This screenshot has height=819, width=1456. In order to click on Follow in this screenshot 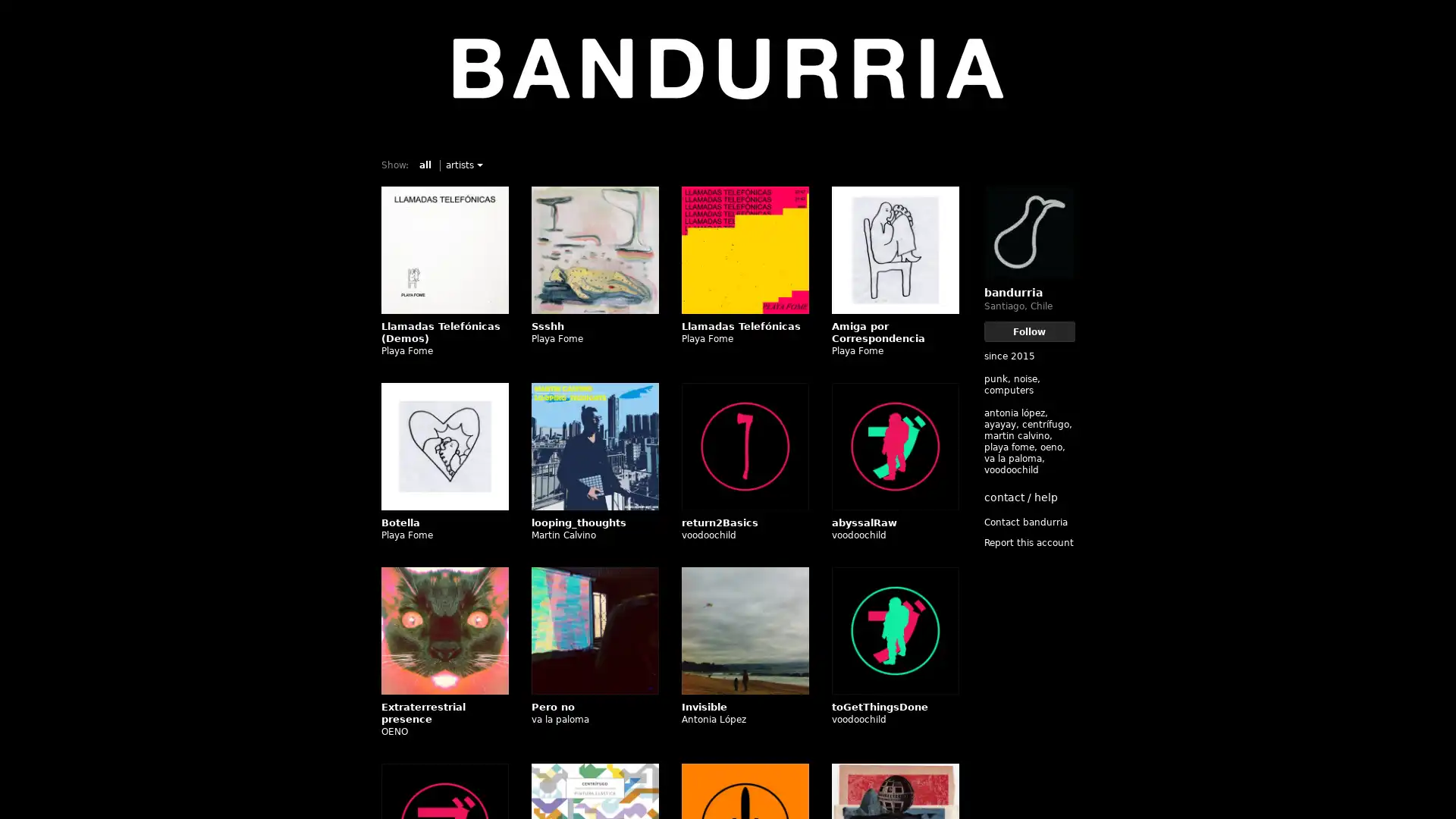, I will do `click(1029, 331)`.